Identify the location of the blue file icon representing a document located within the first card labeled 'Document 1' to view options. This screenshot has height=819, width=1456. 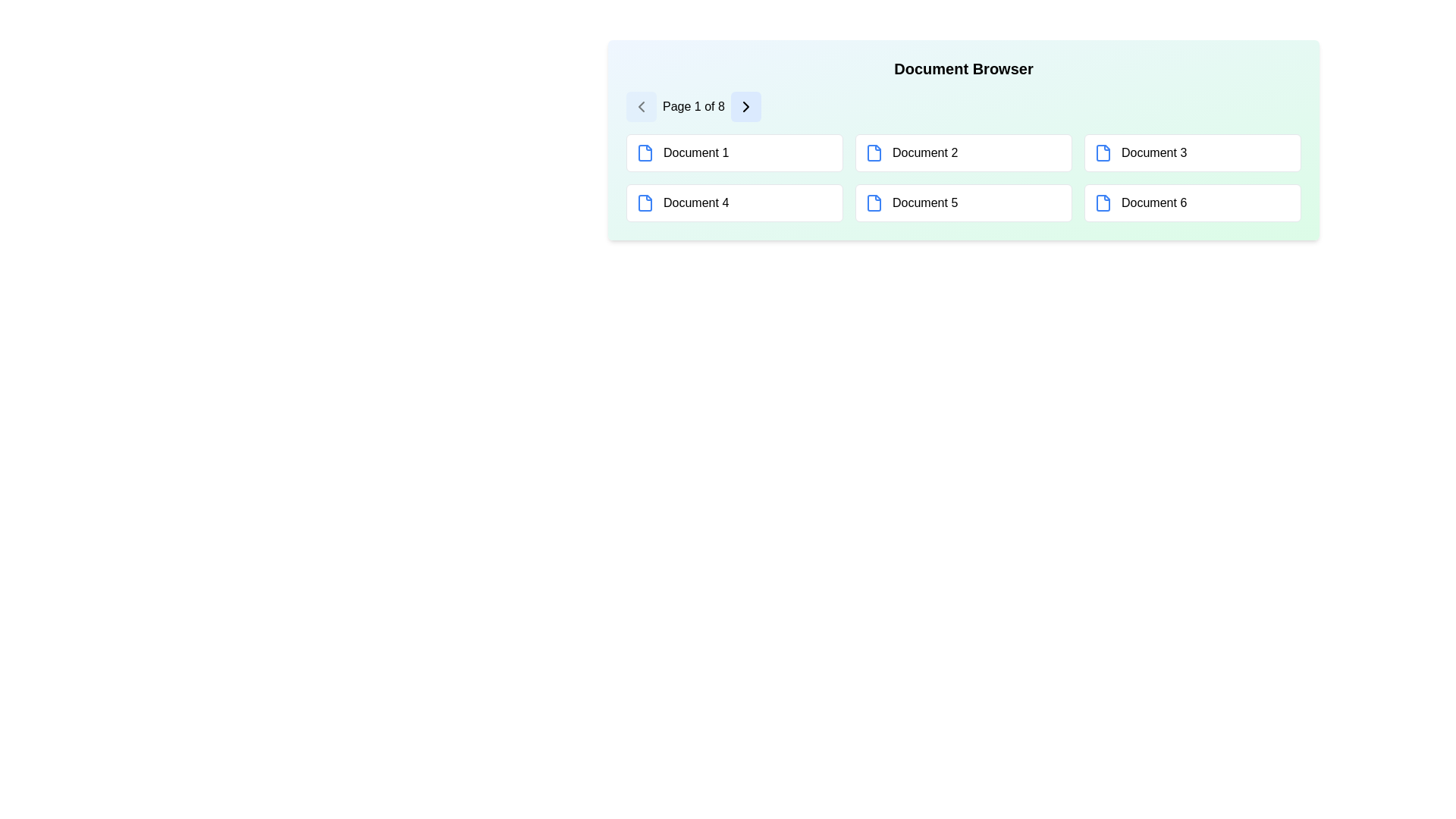
(645, 152).